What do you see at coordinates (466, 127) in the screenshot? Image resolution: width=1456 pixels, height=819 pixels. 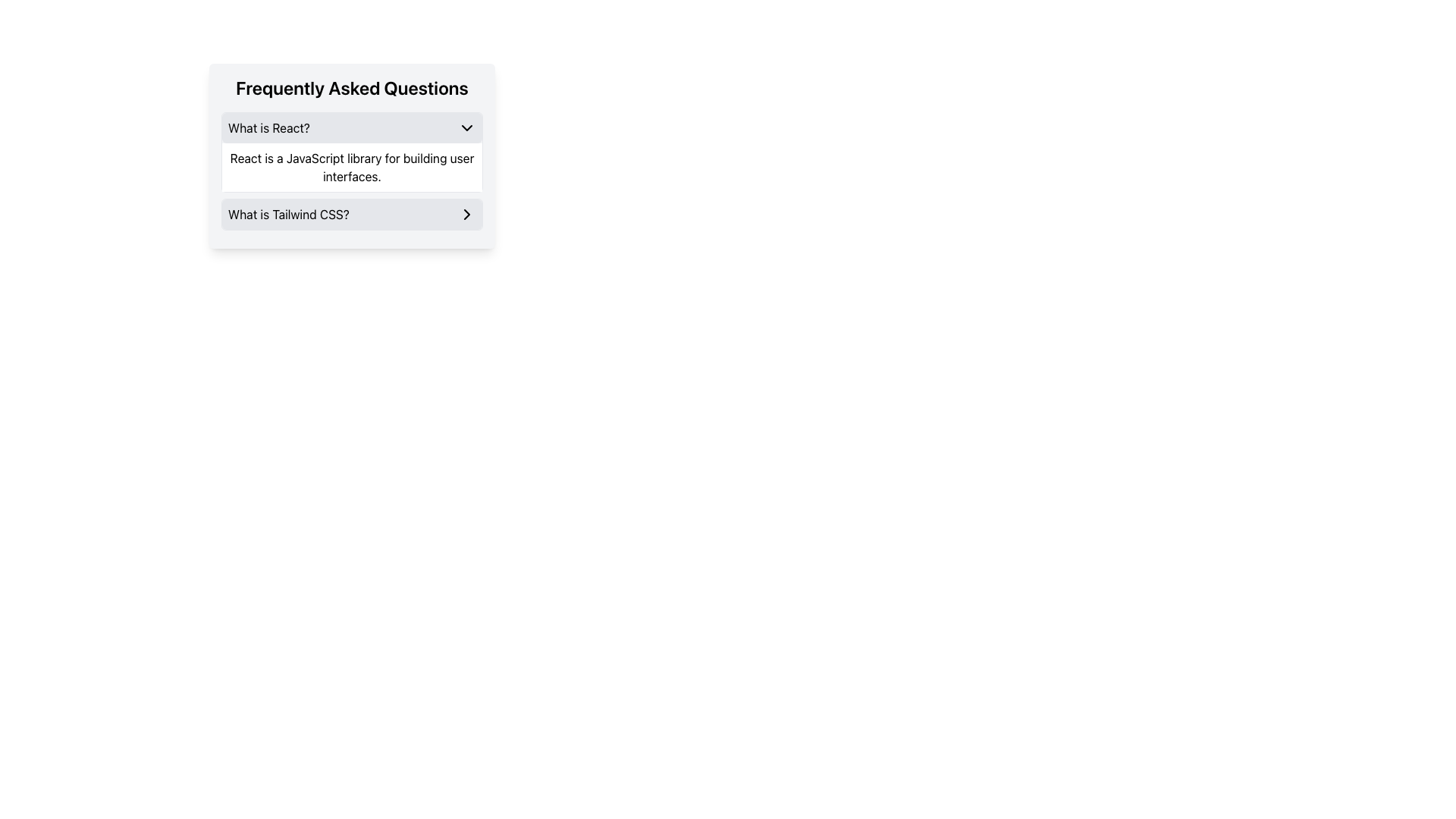 I see `the downward-facing chevron icon on the right side of the 'What is React?' row` at bounding box center [466, 127].